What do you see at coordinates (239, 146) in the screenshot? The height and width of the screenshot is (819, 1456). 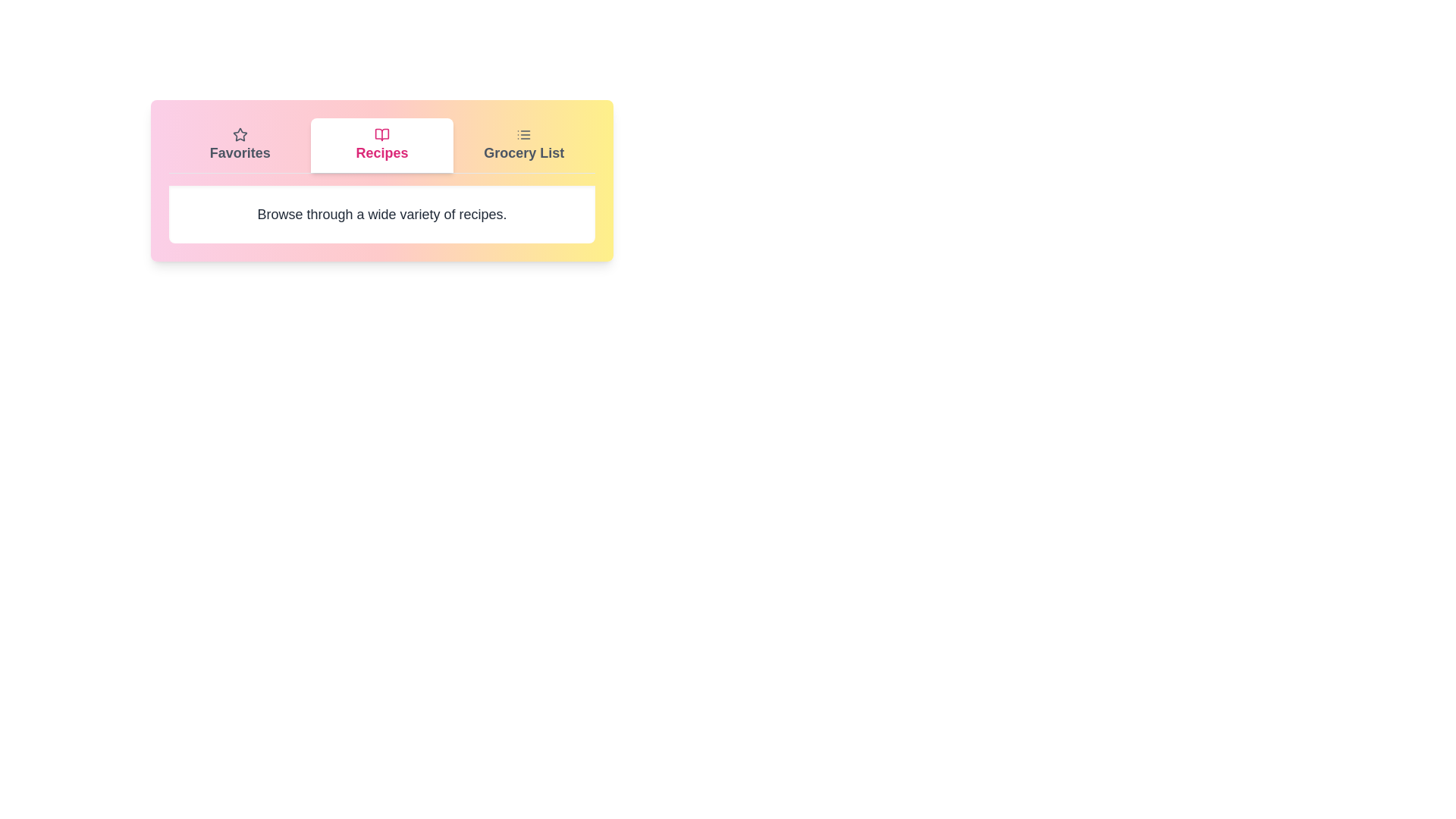 I see `the tab labeled Favorites to observe its icon and label` at bounding box center [239, 146].